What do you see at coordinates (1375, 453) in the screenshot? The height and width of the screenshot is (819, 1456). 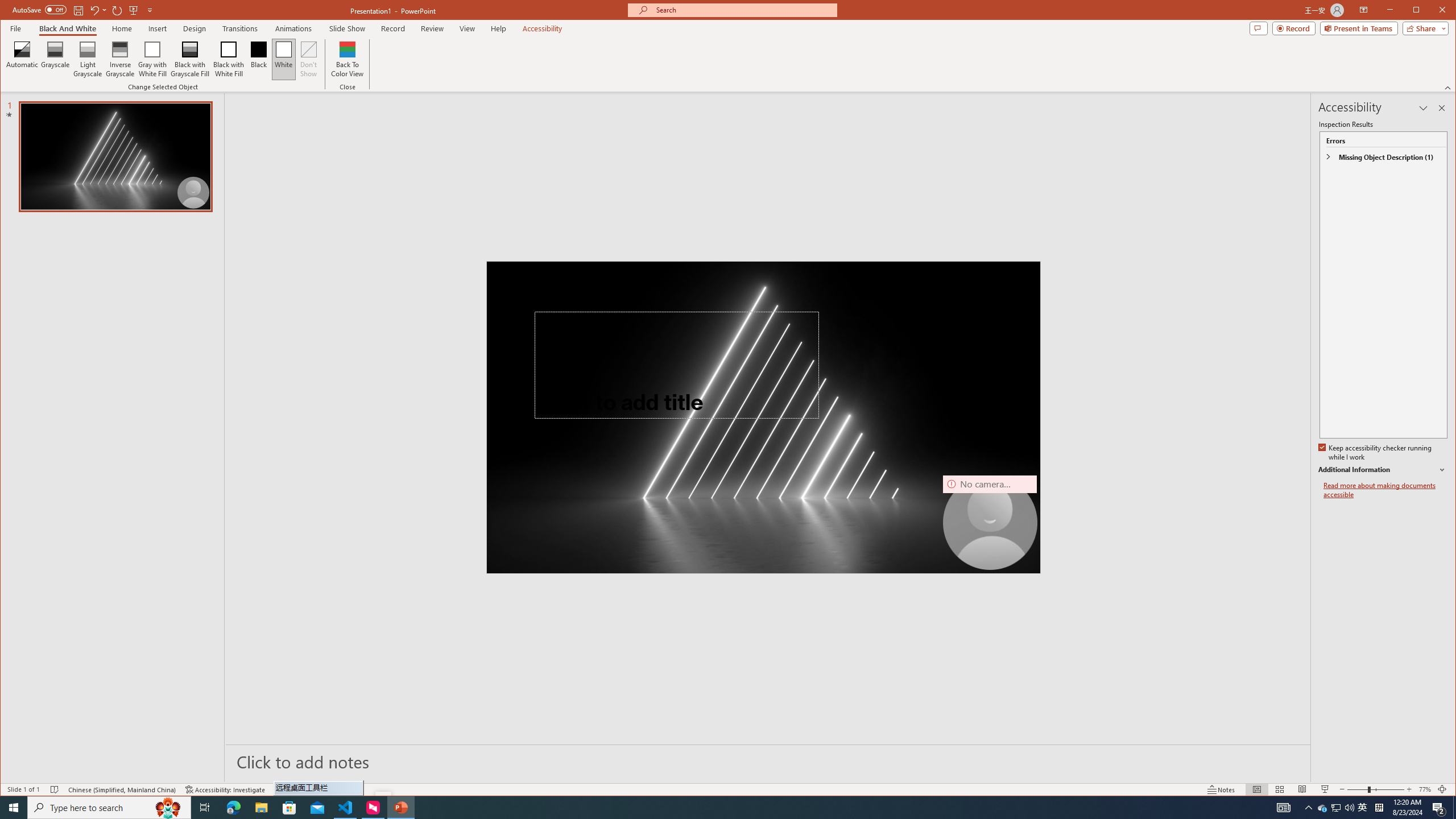 I see `'Keep accessibility checker running while I work'` at bounding box center [1375, 453].